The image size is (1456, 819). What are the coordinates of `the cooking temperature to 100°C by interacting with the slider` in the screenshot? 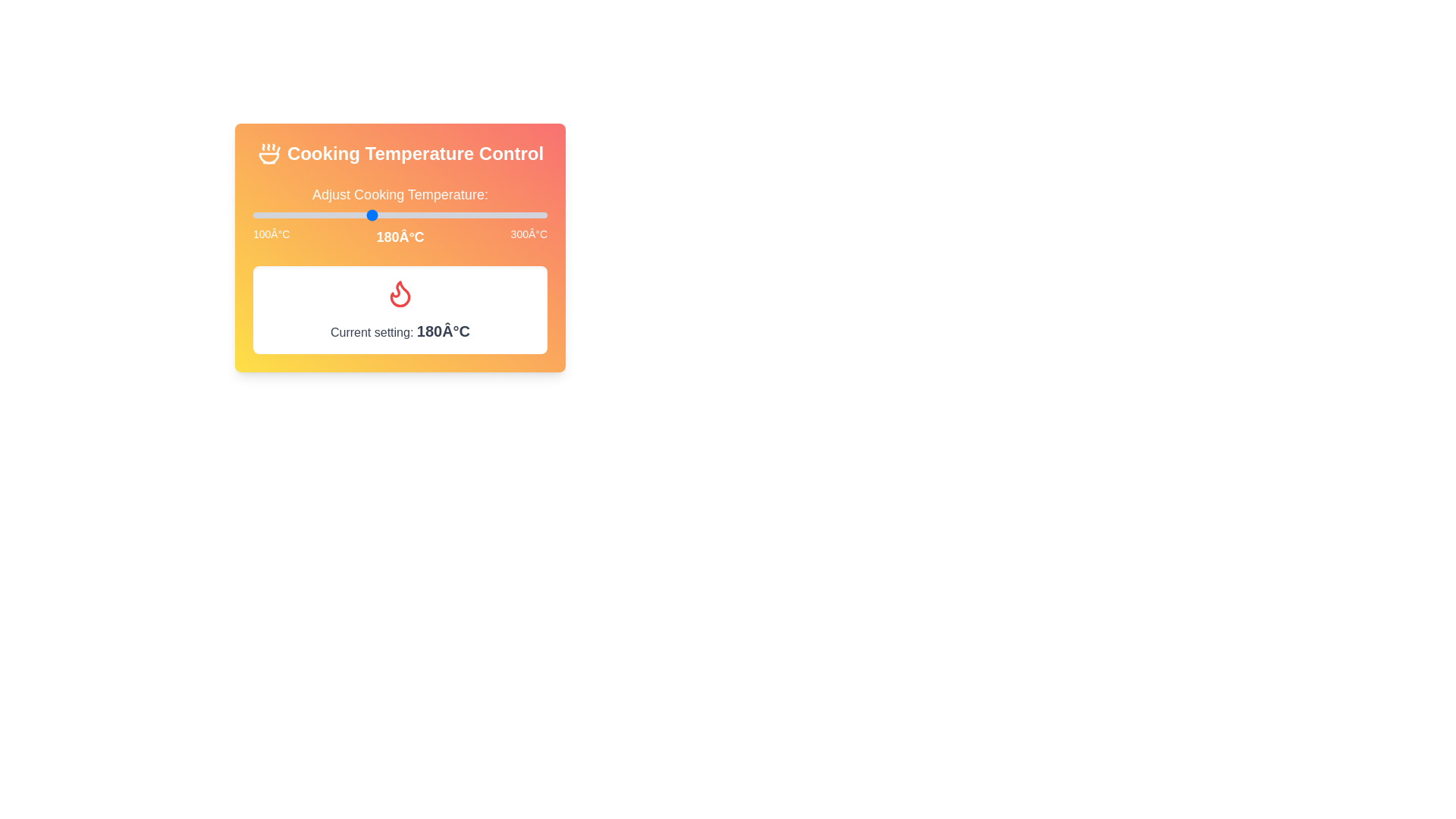 It's located at (253, 215).